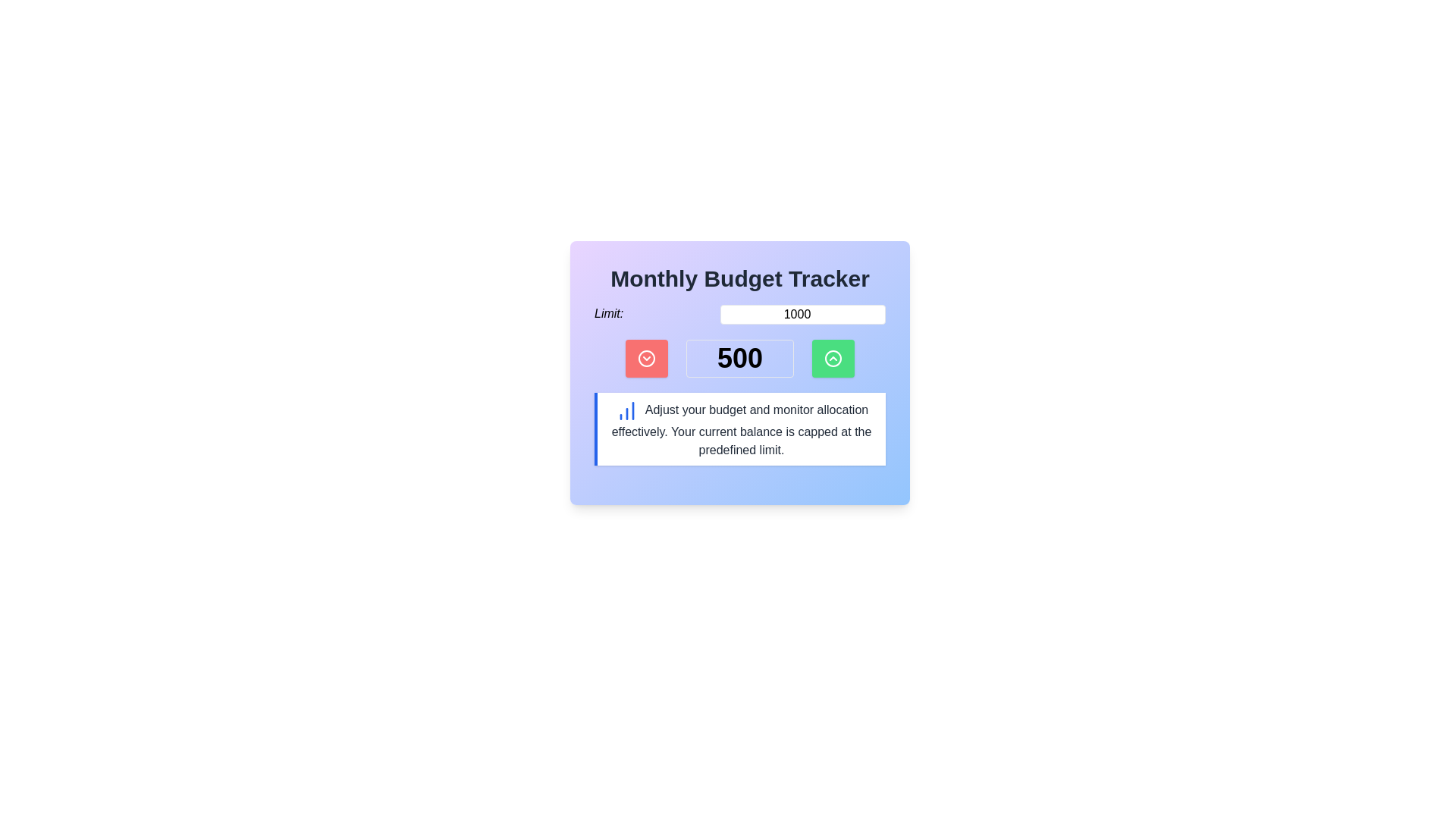  What do you see at coordinates (609, 314) in the screenshot?
I see `the static label text that indicates a limit for the adjacent input field displaying '1000'` at bounding box center [609, 314].